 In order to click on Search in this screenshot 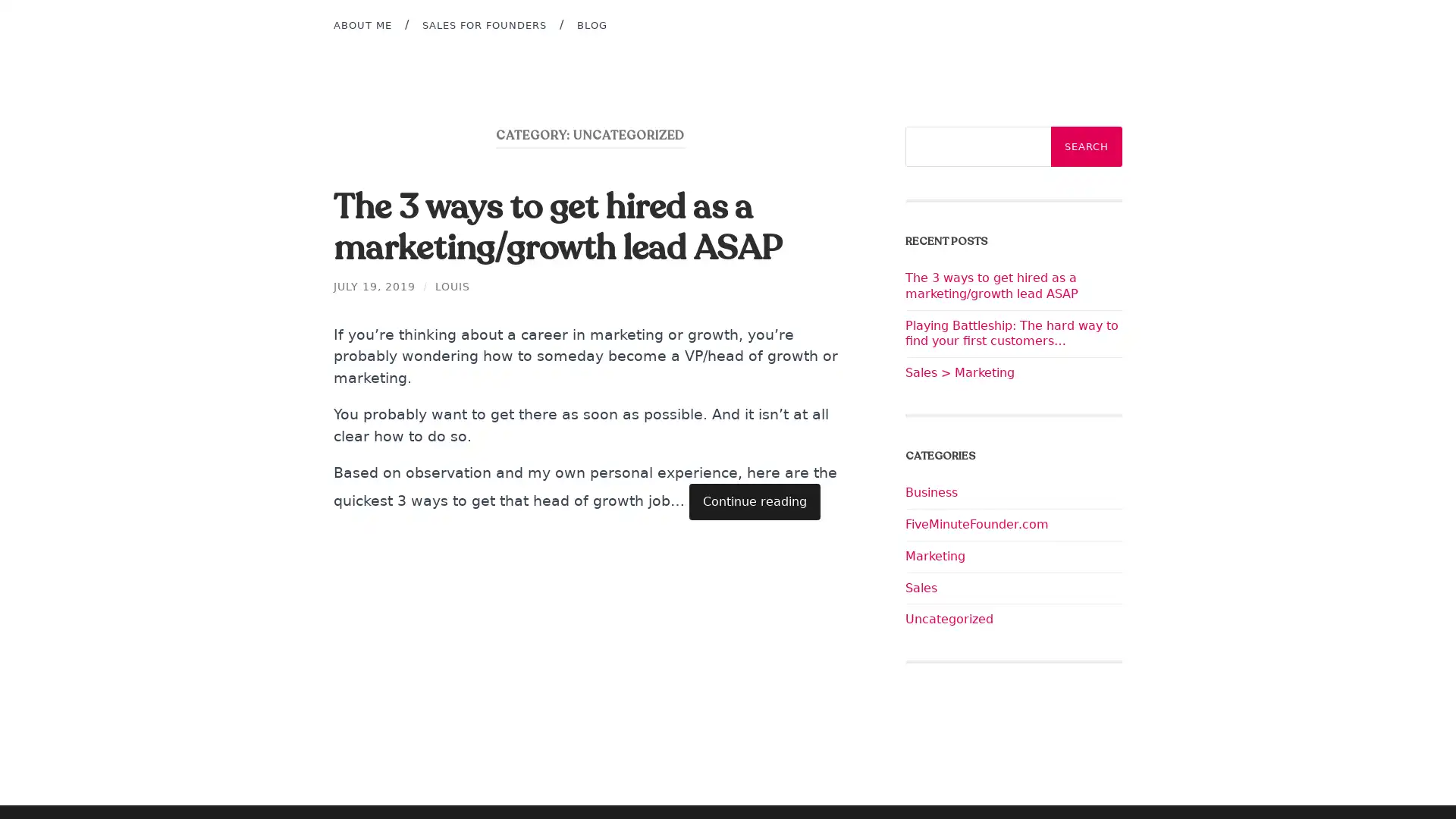, I will do `click(1086, 146)`.